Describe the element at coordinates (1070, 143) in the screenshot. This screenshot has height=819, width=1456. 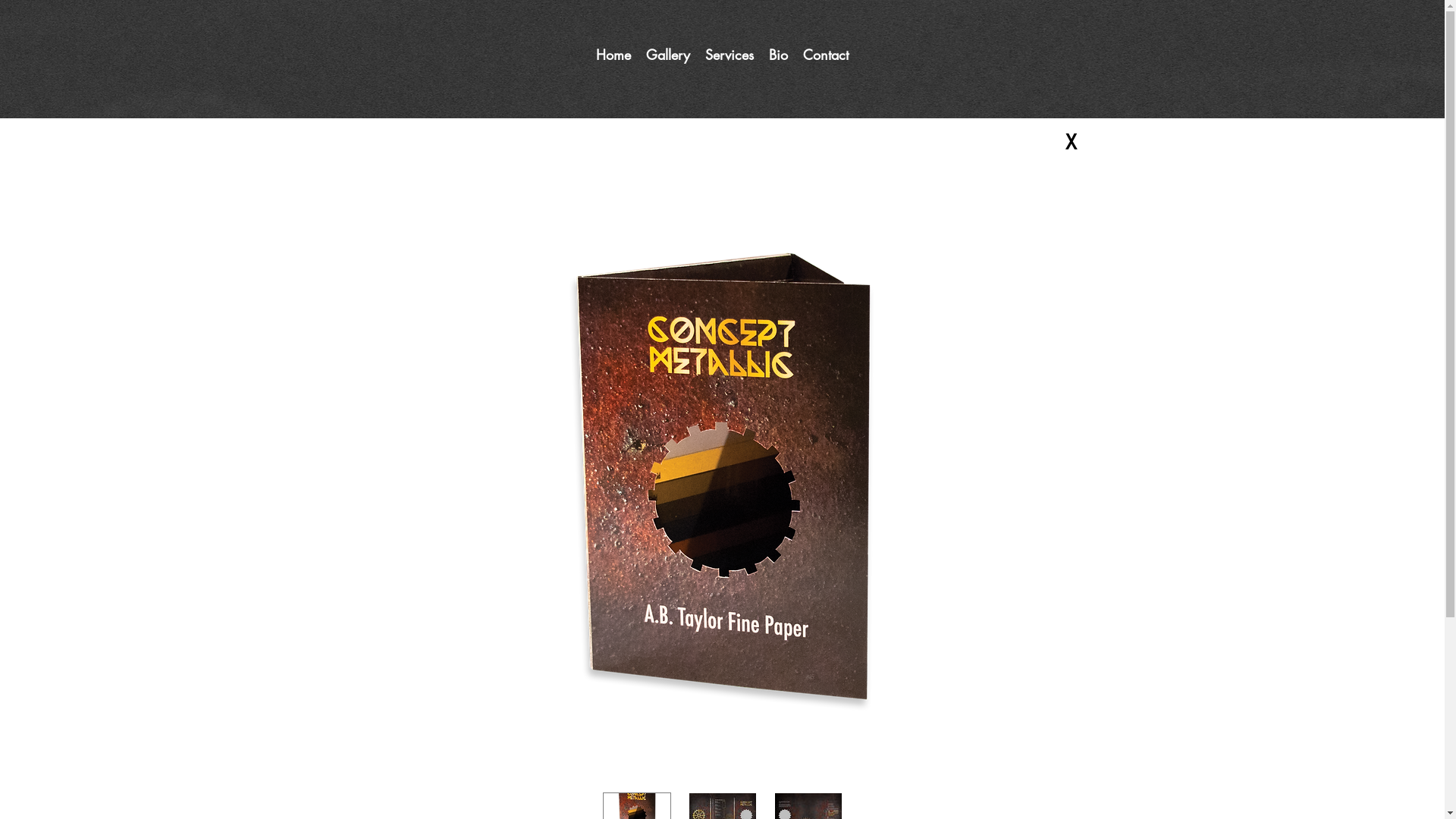
I see `'X'` at that location.